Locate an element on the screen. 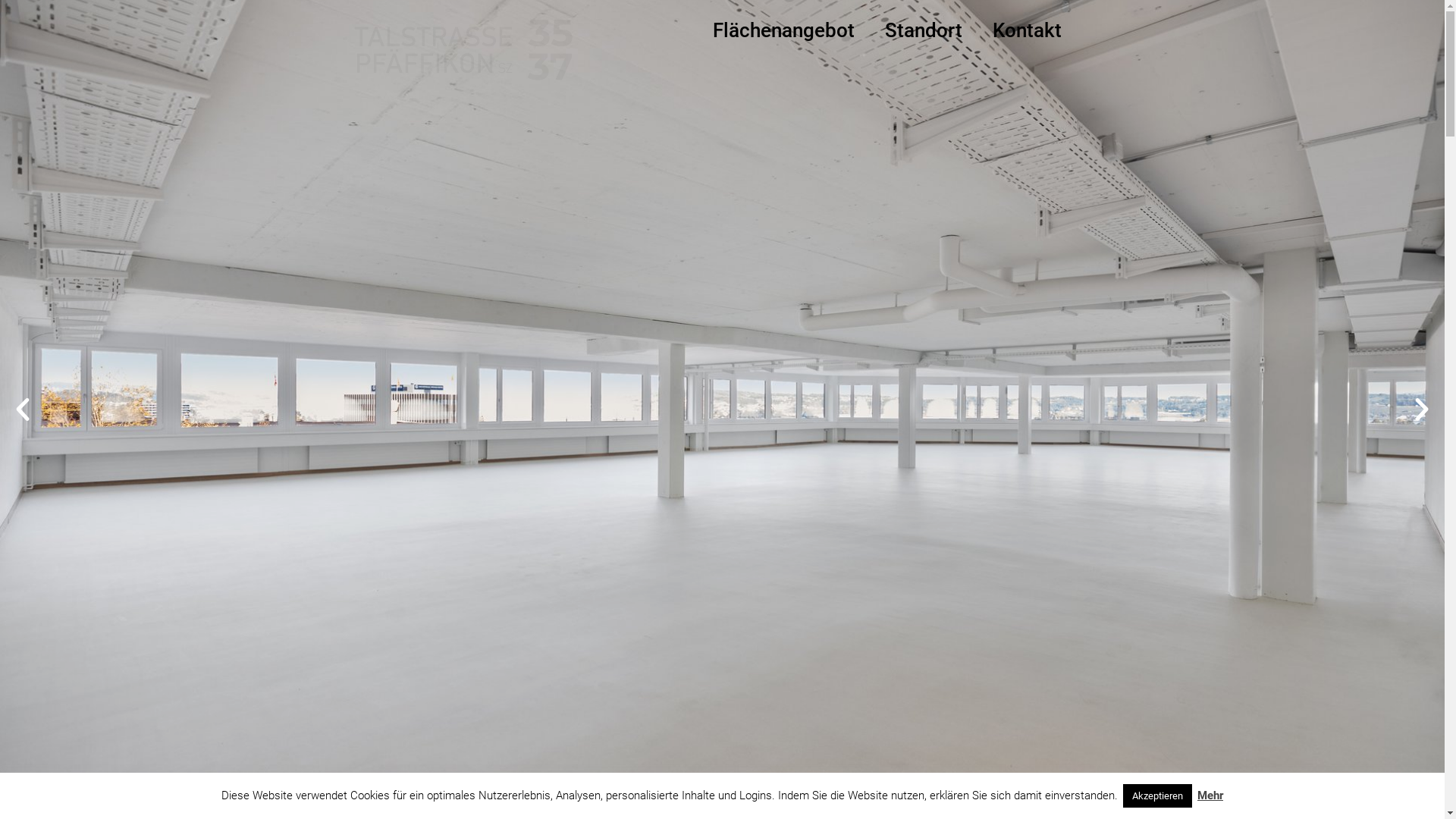 The height and width of the screenshot is (819, 1456). 'Akzeptieren' is located at coordinates (1156, 795).